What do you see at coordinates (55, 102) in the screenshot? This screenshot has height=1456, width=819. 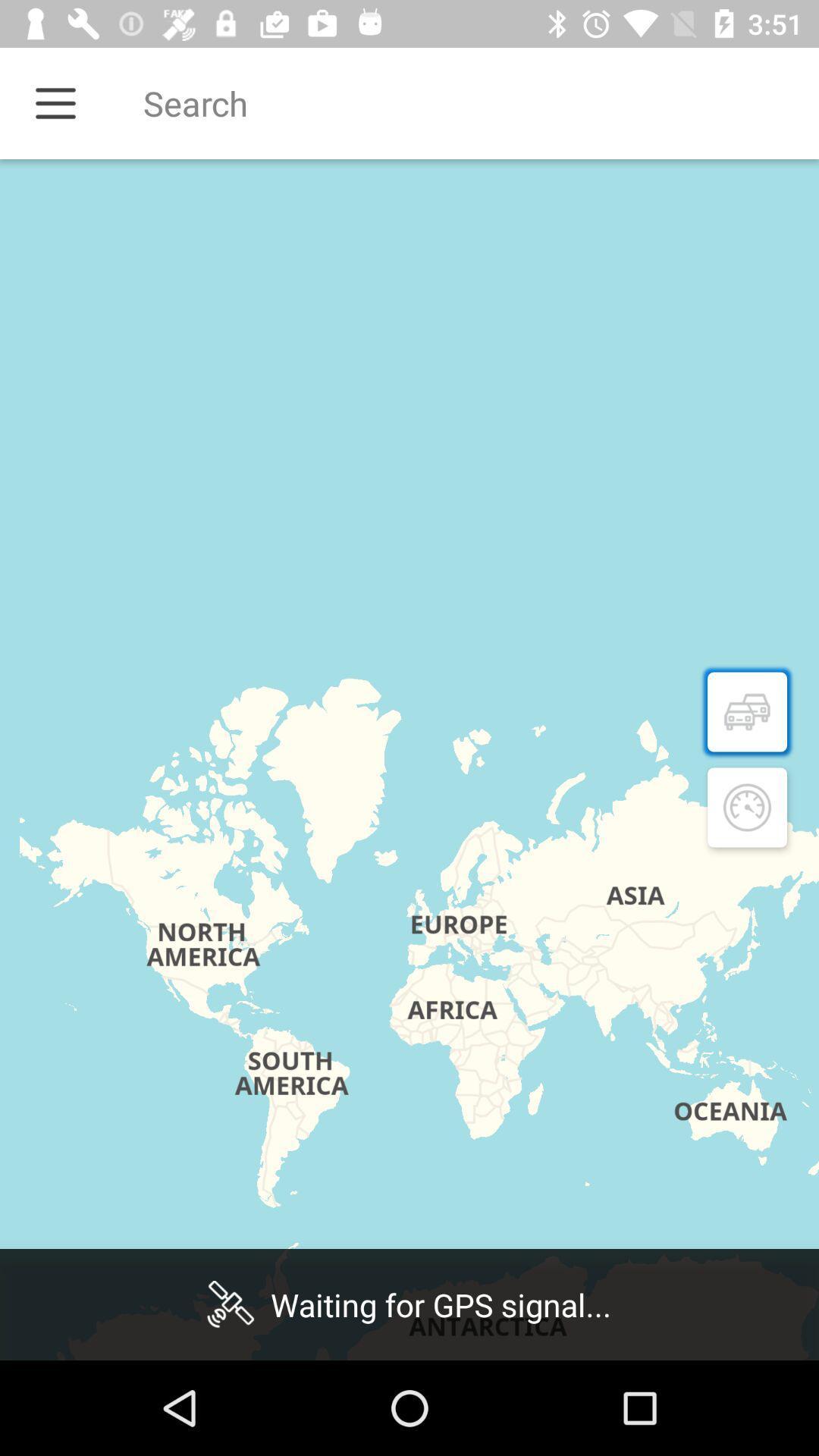 I see `menu icon` at bounding box center [55, 102].